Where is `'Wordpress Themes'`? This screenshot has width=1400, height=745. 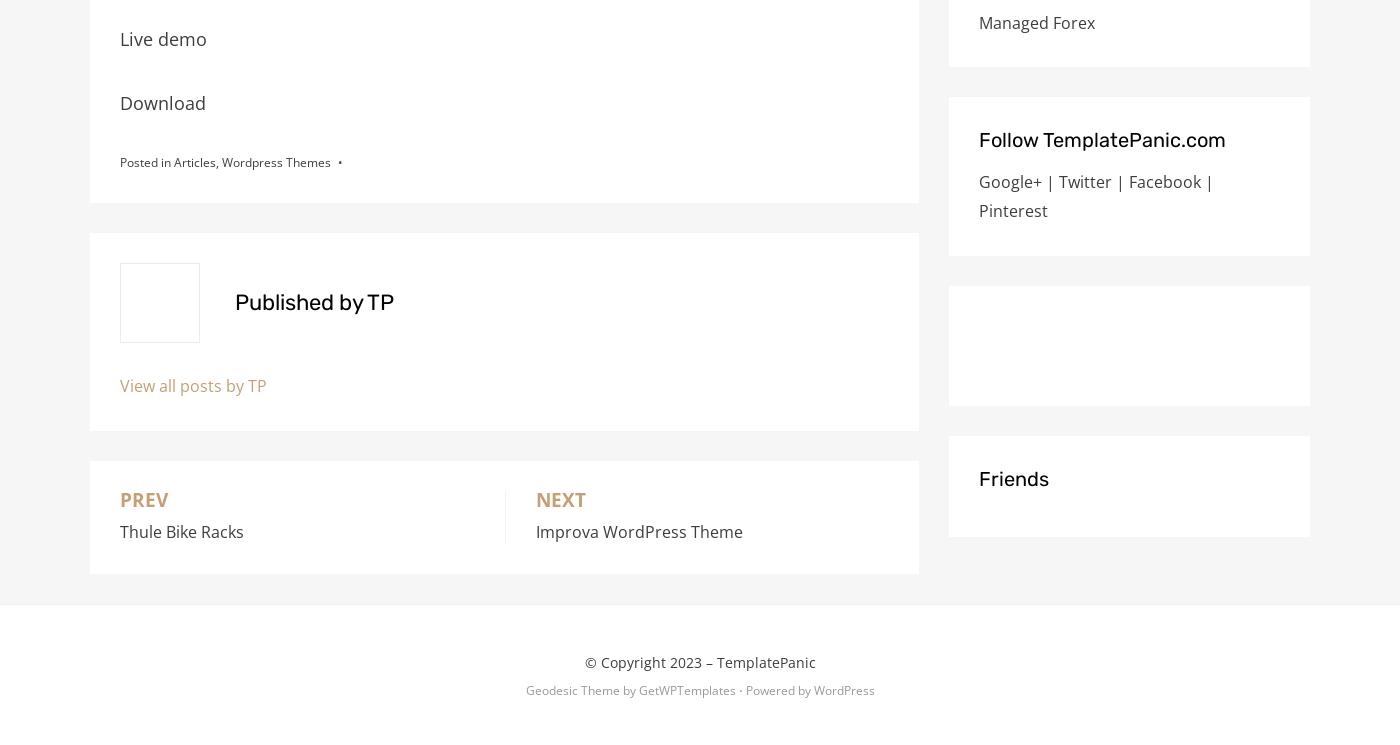 'Wordpress Themes' is located at coordinates (276, 161).